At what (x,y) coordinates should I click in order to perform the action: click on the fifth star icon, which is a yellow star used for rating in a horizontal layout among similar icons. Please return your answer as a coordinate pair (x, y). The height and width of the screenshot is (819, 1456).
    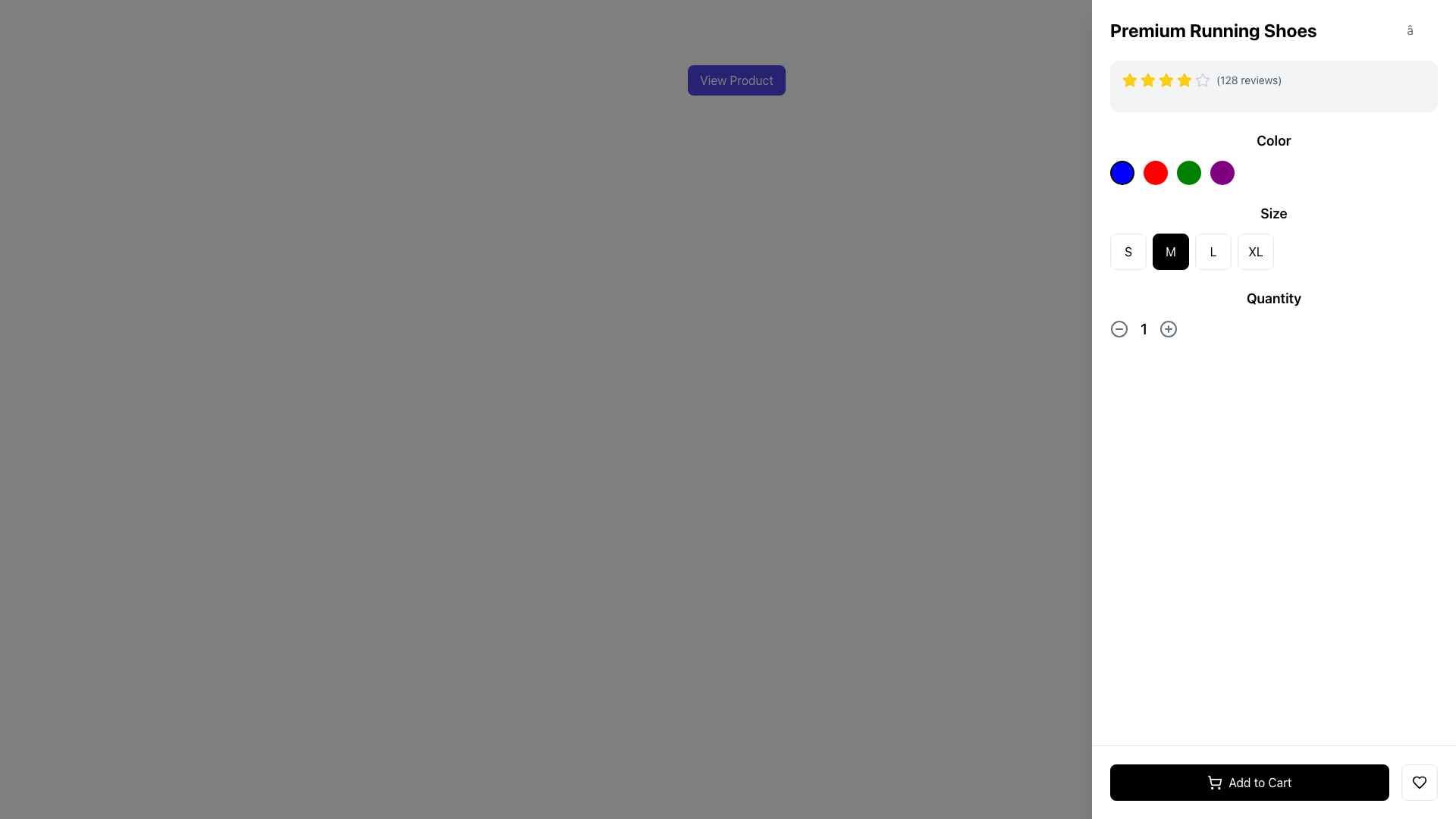
    Looking at the image, I should click on (1183, 80).